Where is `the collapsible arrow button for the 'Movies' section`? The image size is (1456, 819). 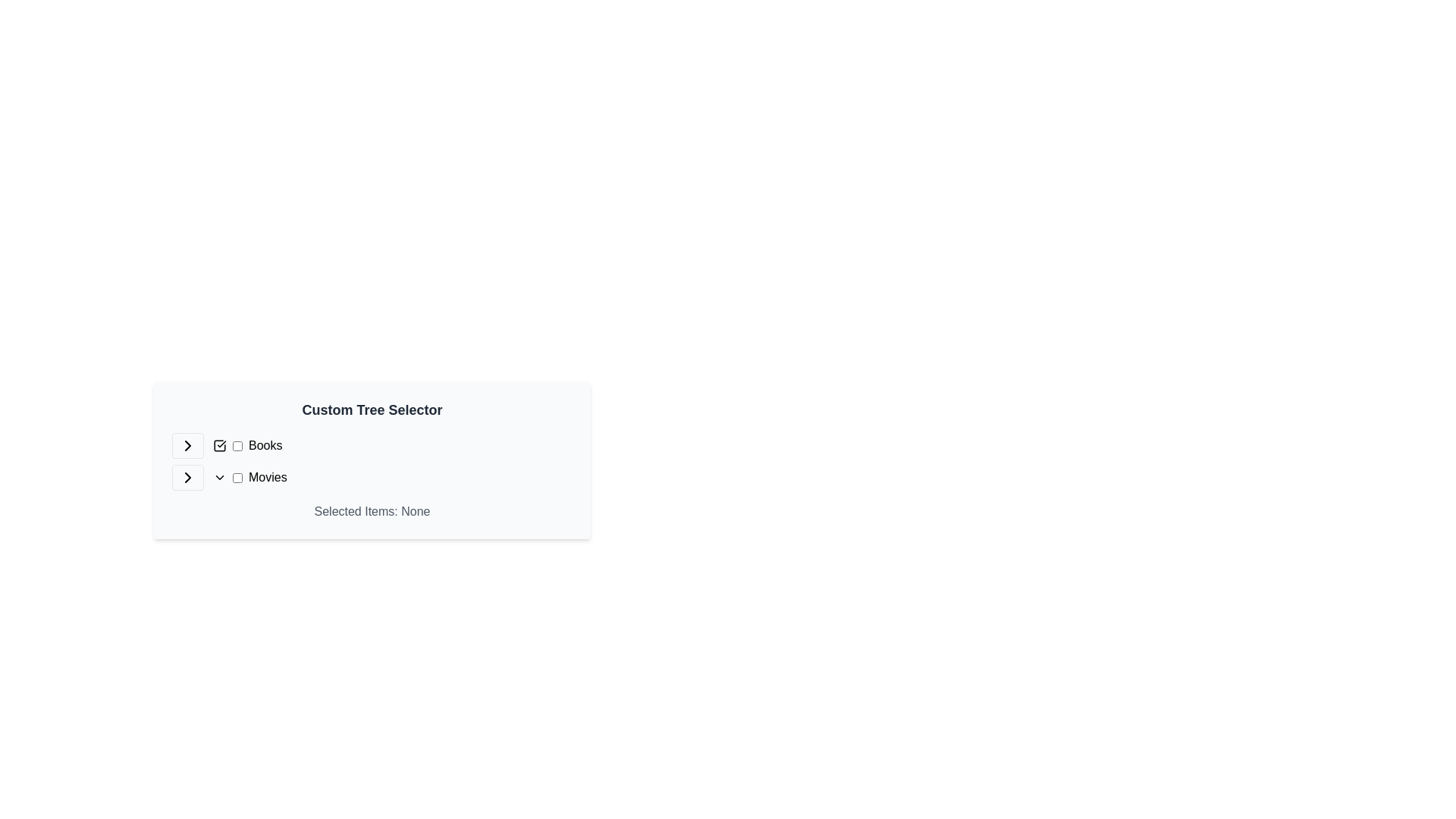 the collapsible arrow button for the 'Movies' section is located at coordinates (187, 476).